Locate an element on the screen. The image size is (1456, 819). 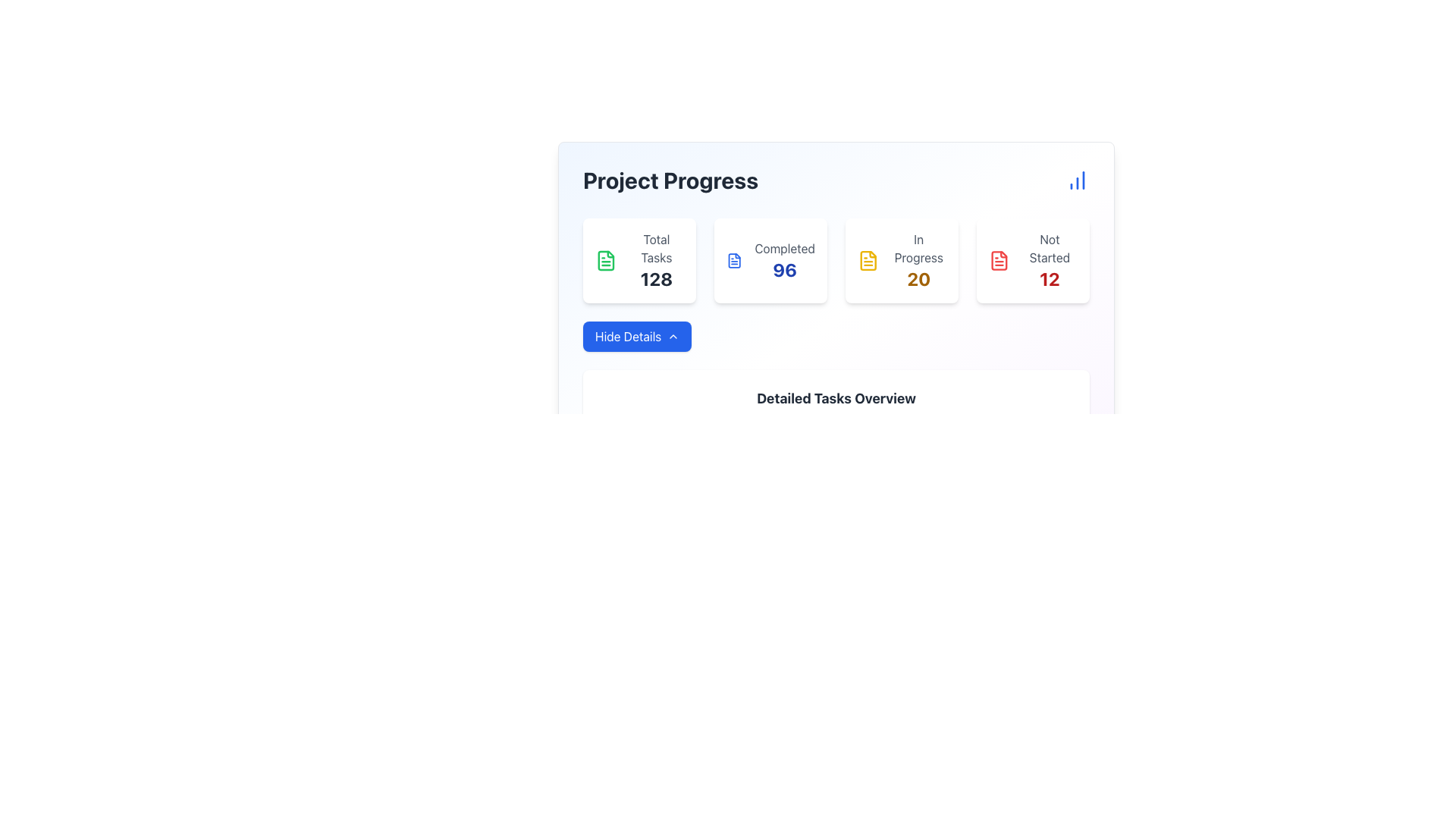
the 'In Progress' summary card is located at coordinates (917, 259).